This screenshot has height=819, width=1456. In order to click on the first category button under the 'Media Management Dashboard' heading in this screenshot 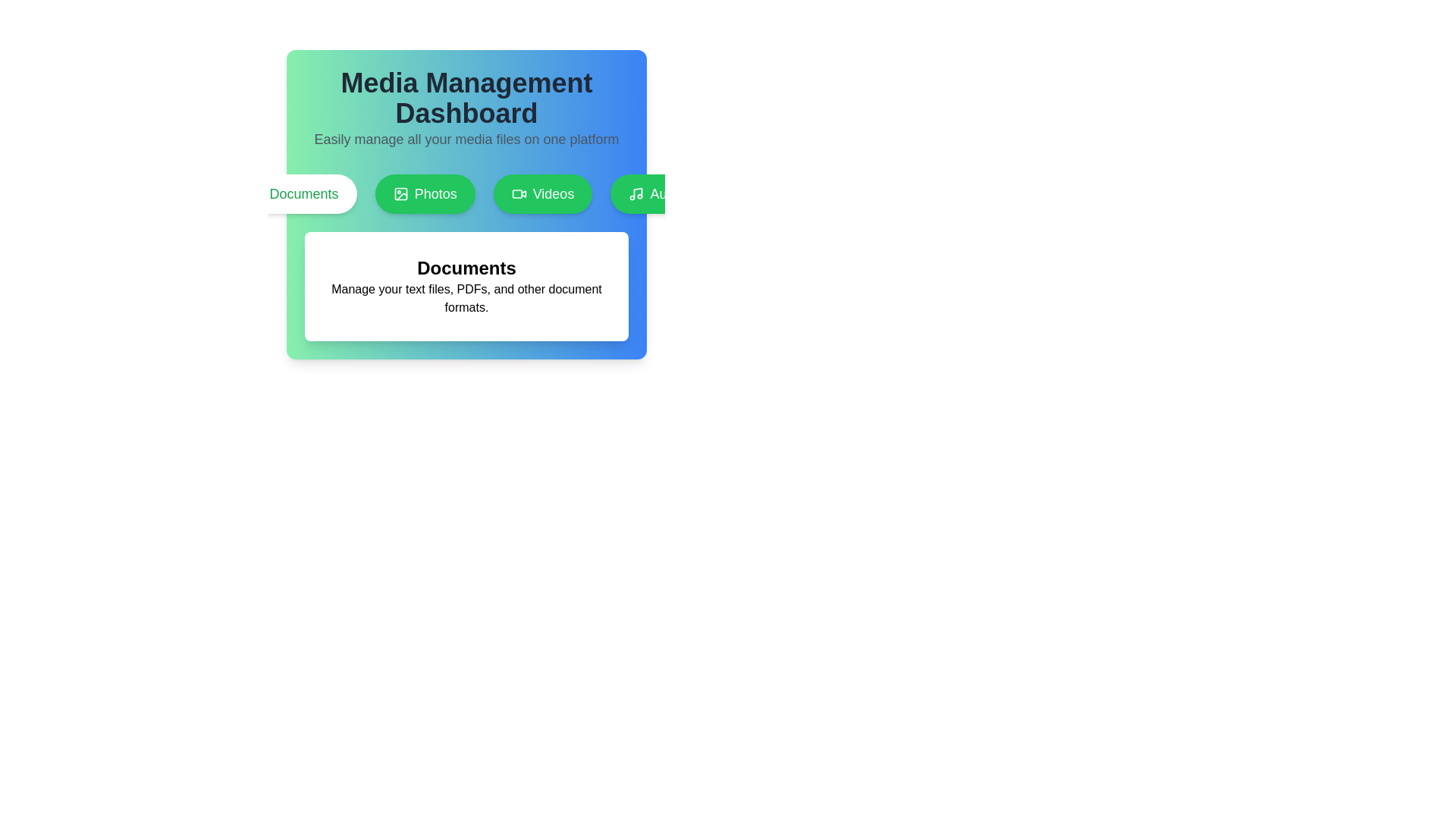, I will do `click(293, 193)`.